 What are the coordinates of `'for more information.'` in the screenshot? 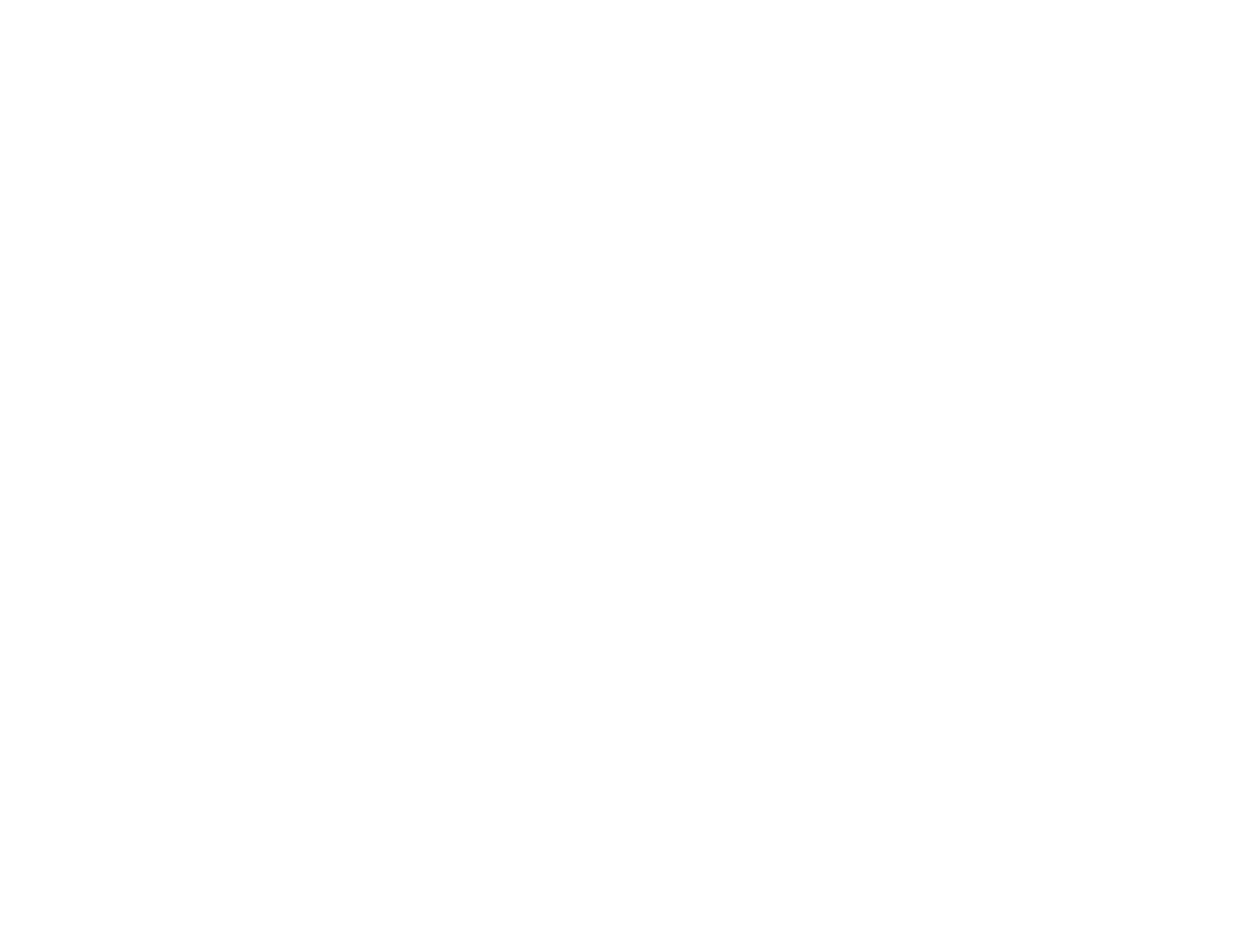 It's located at (421, 137).